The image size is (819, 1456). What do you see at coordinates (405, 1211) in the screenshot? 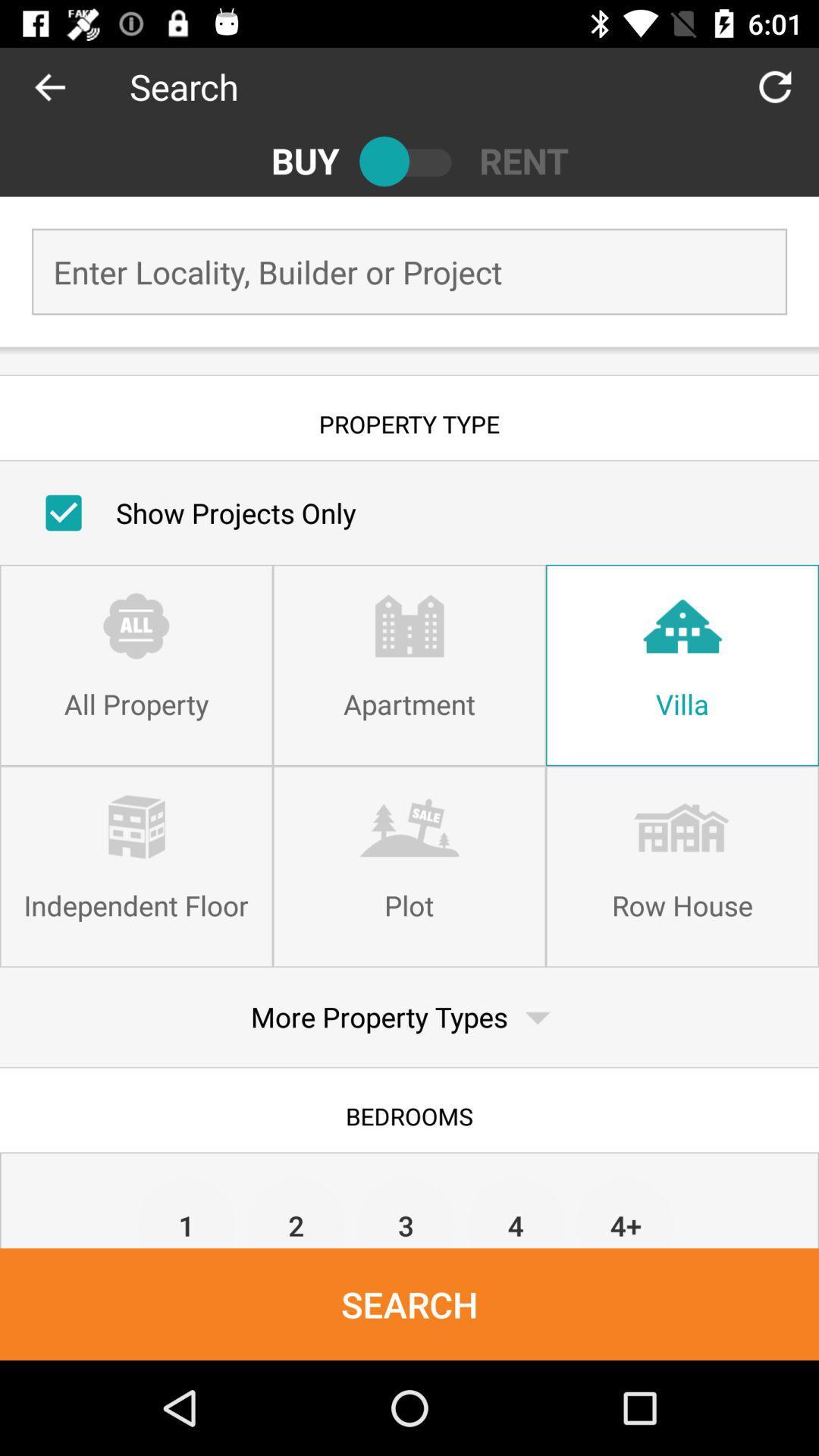
I see `the item above search item` at bounding box center [405, 1211].